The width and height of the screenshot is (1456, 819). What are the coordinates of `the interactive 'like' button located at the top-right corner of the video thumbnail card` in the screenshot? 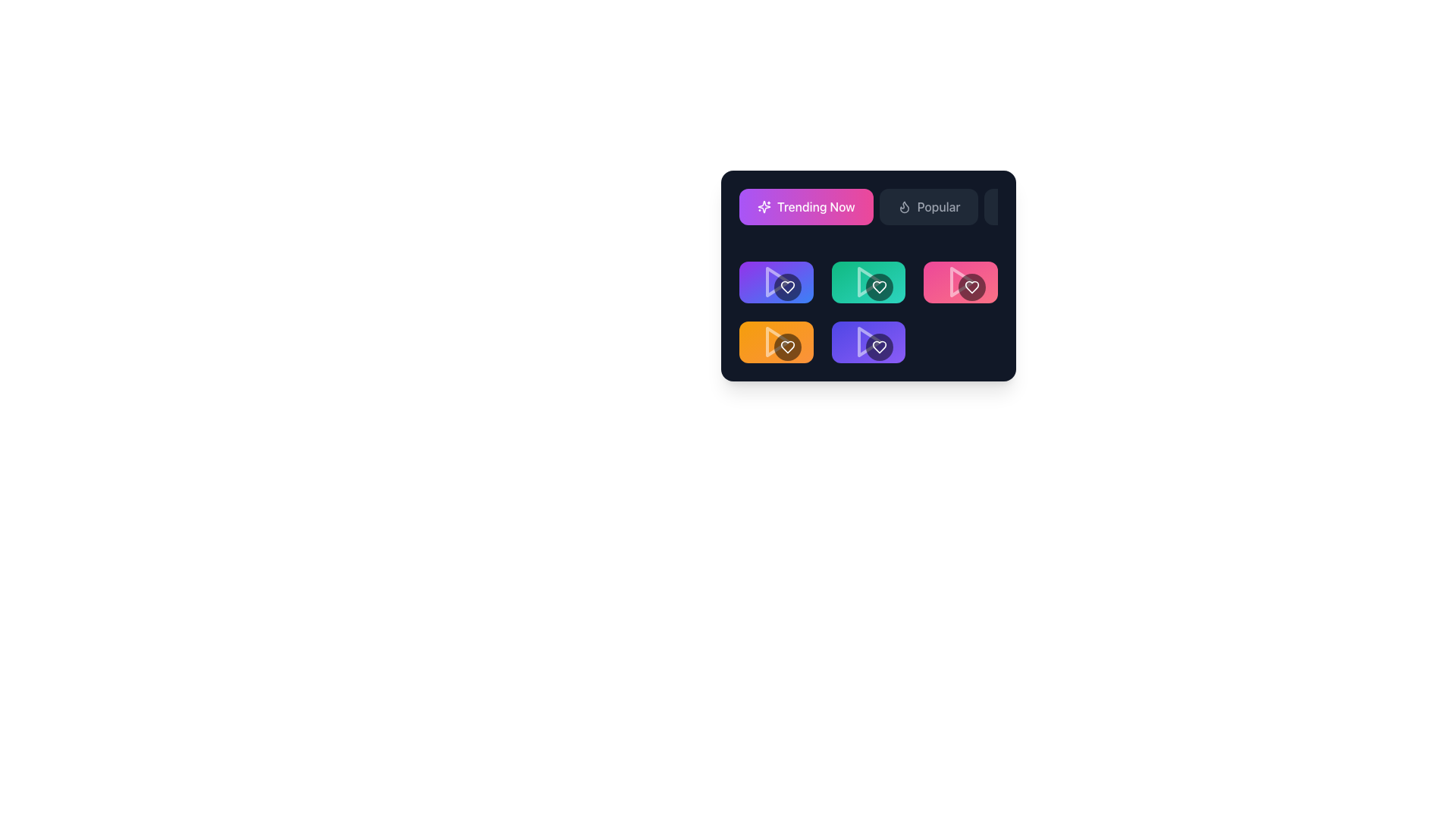 It's located at (787, 347).